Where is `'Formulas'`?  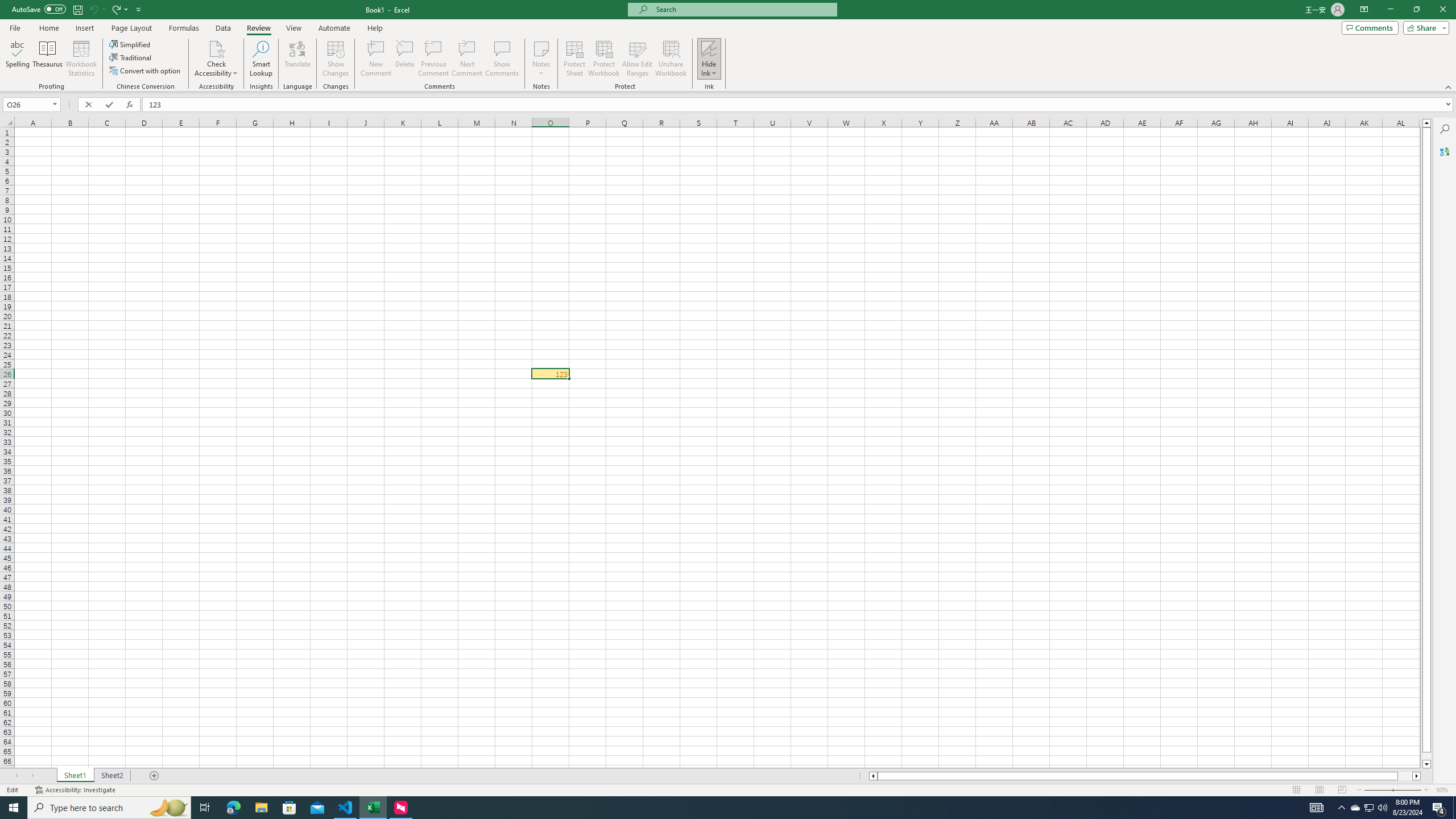
'Formulas' is located at coordinates (185, 28).